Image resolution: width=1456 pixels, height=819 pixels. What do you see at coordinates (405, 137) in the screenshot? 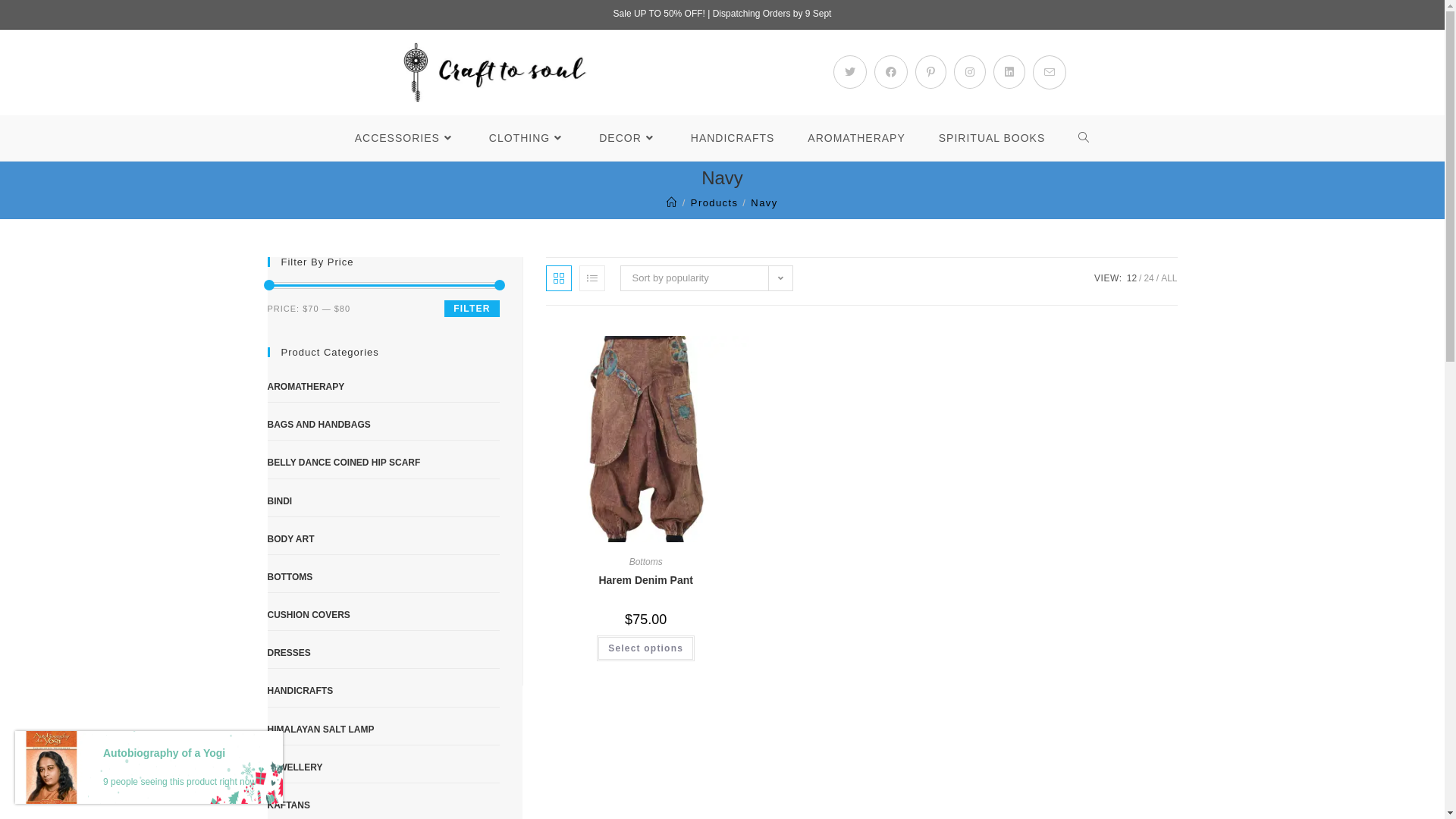
I see `'ACCESSORIES'` at bounding box center [405, 137].